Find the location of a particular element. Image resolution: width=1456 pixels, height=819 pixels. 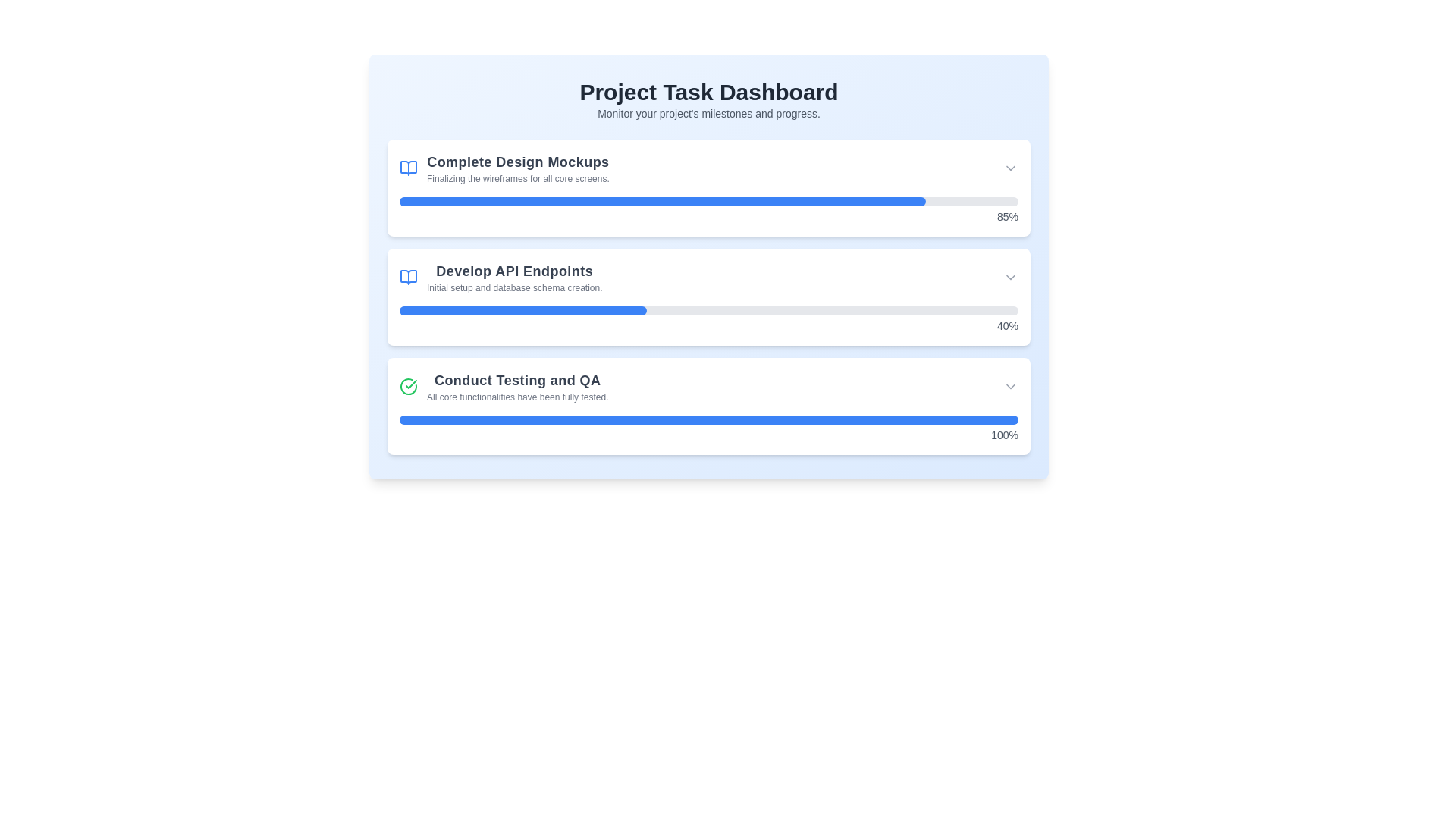

the text label displaying 'Develop API Endpoints', which is a bold, large-sized dark gray text on a light background, located in the second card from the top is located at coordinates (514, 271).